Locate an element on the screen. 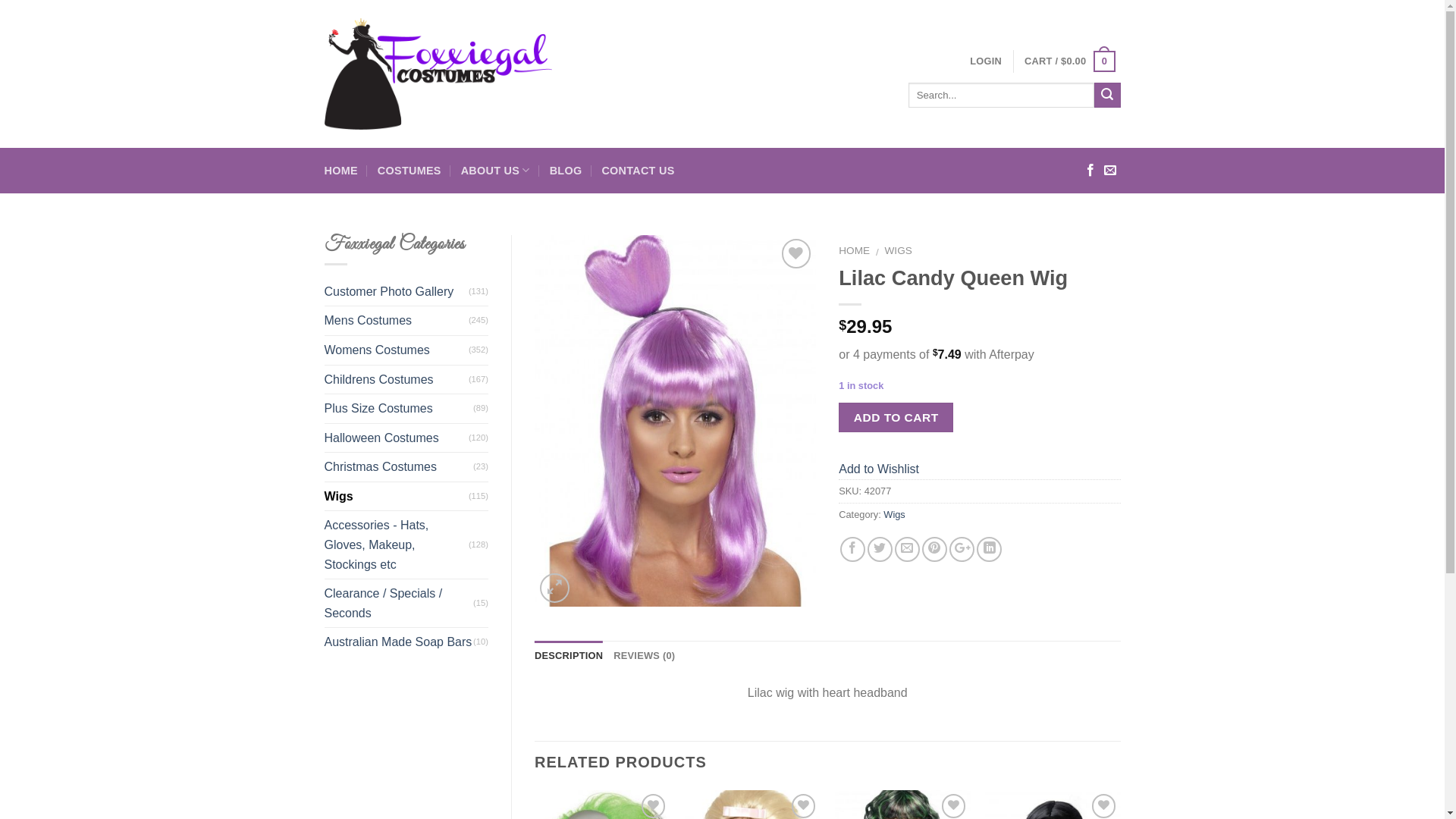 The width and height of the screenshot is (1456, 819). 'Christmas Costumes' is located at coordinates (399, 466).